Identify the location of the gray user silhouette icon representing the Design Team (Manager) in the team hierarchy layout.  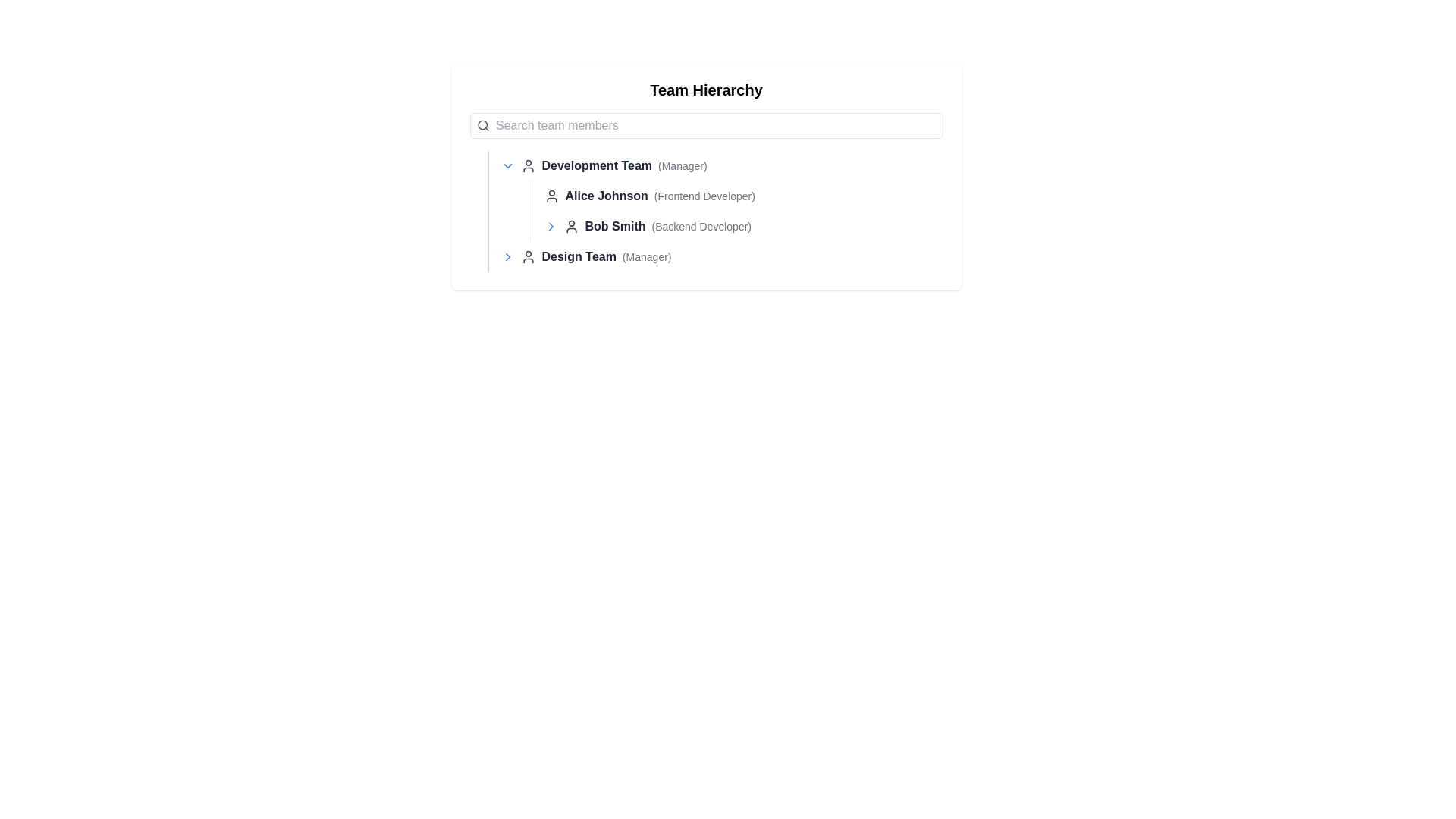
(528, 256).